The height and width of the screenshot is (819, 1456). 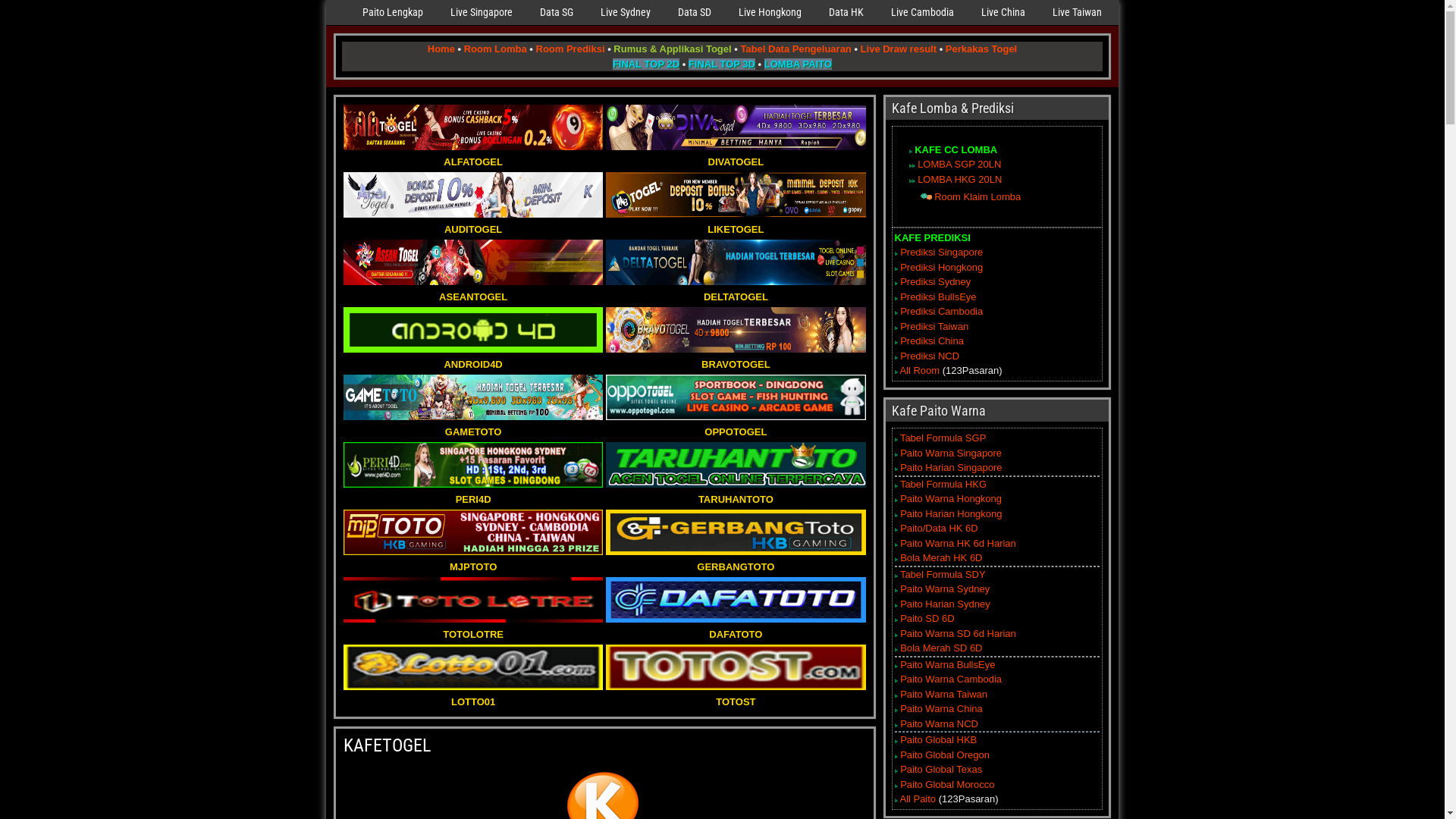 I want to click on 'KAFETOGEL', so click(x=387, y=745).